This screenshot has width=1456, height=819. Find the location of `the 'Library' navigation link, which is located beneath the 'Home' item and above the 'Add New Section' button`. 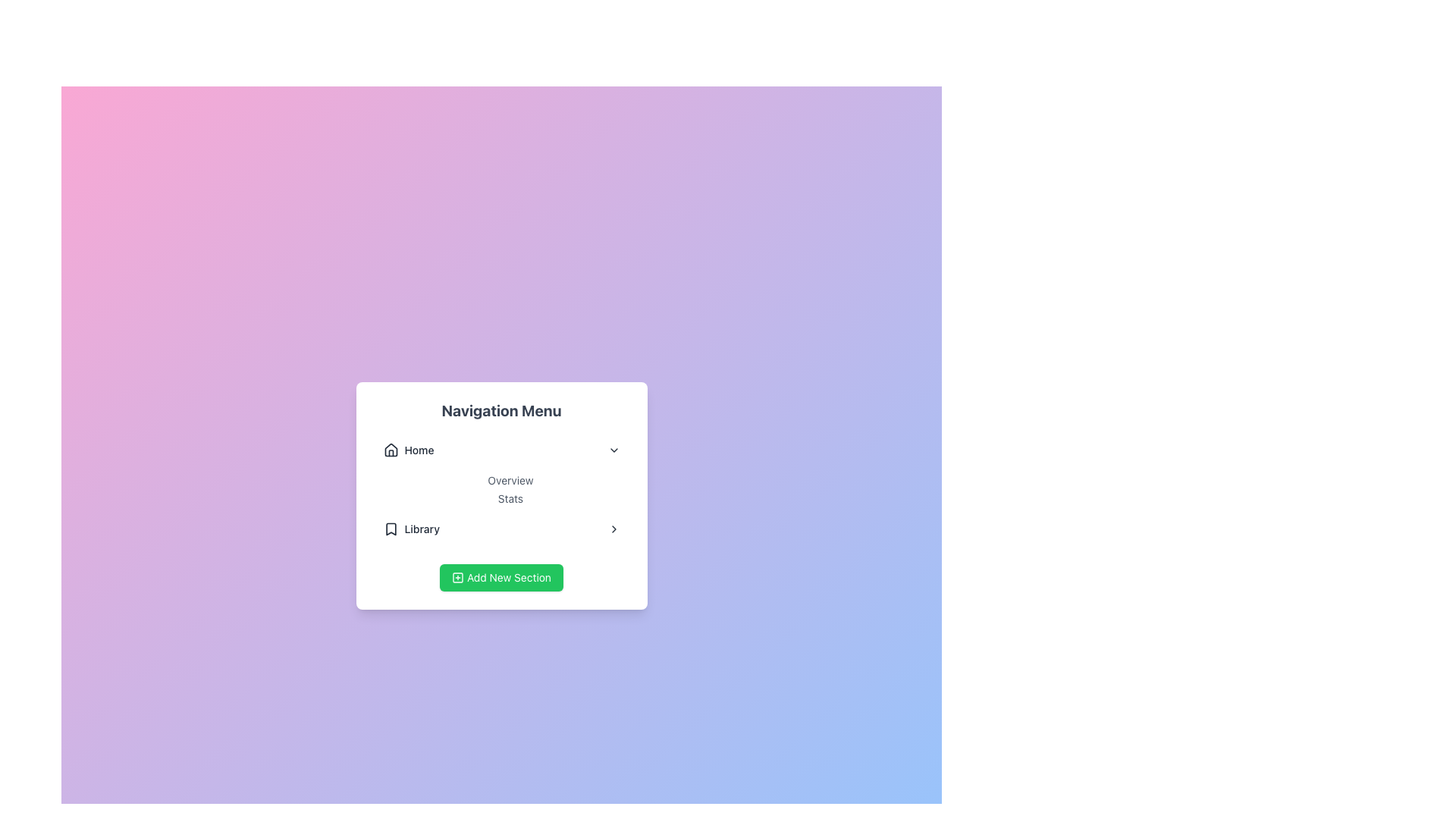

the 'Library' navigation link, which is located beneath the 'Home' item and above the 'Add New Section' button is located at coordinates (411, 529).